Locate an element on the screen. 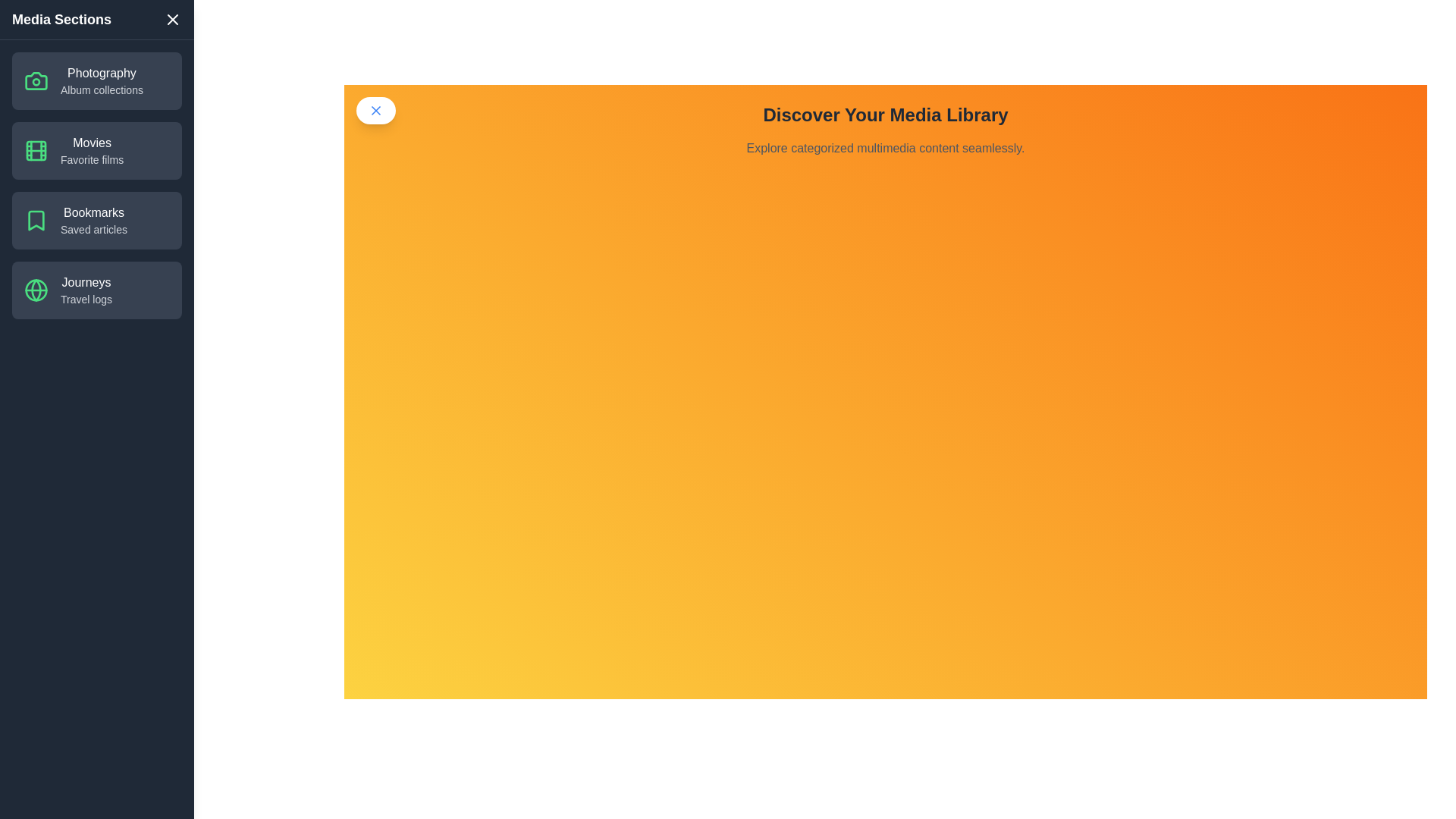 The image size is (1456, 819). the category Bookmarks from the list is located at coordinates (96, 220).